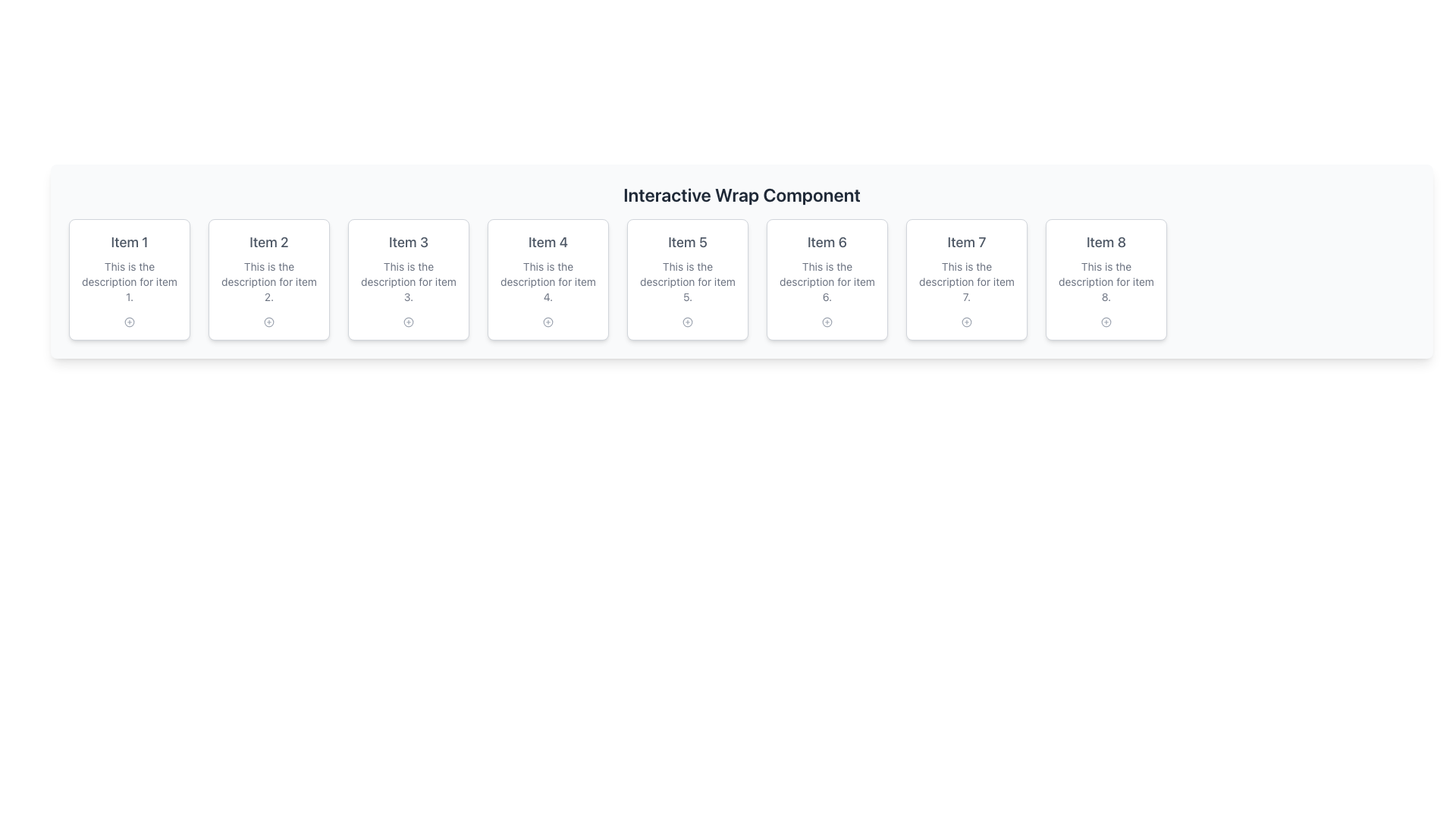 This screenshot has height=819, width=1456. I want to click on the circular '+' icon button located within the 'Item 2' tile, so click(269, 321).